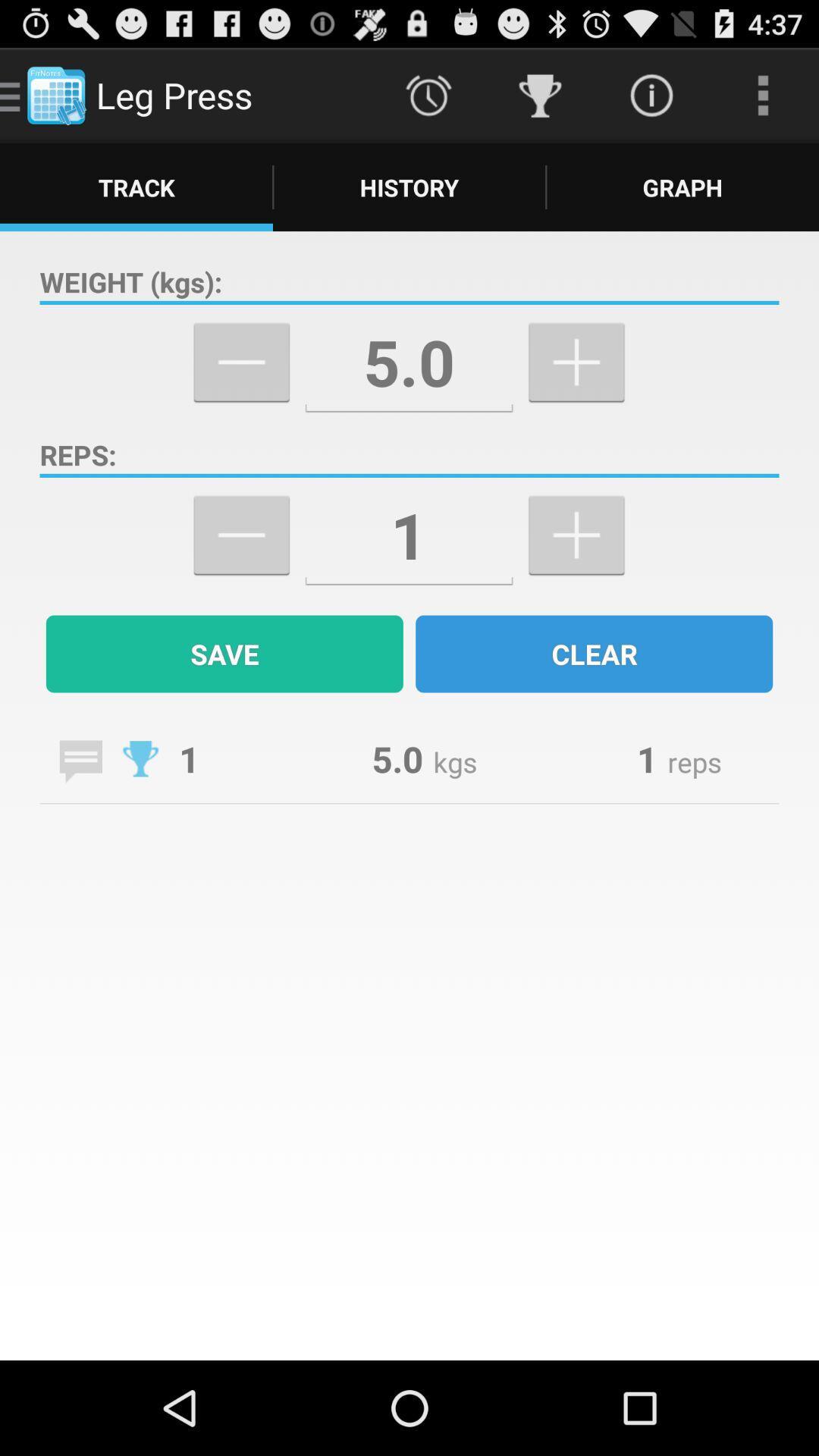  Describe the element at coordinates (80, 761) in the screenshot. I see `comment` at that location.